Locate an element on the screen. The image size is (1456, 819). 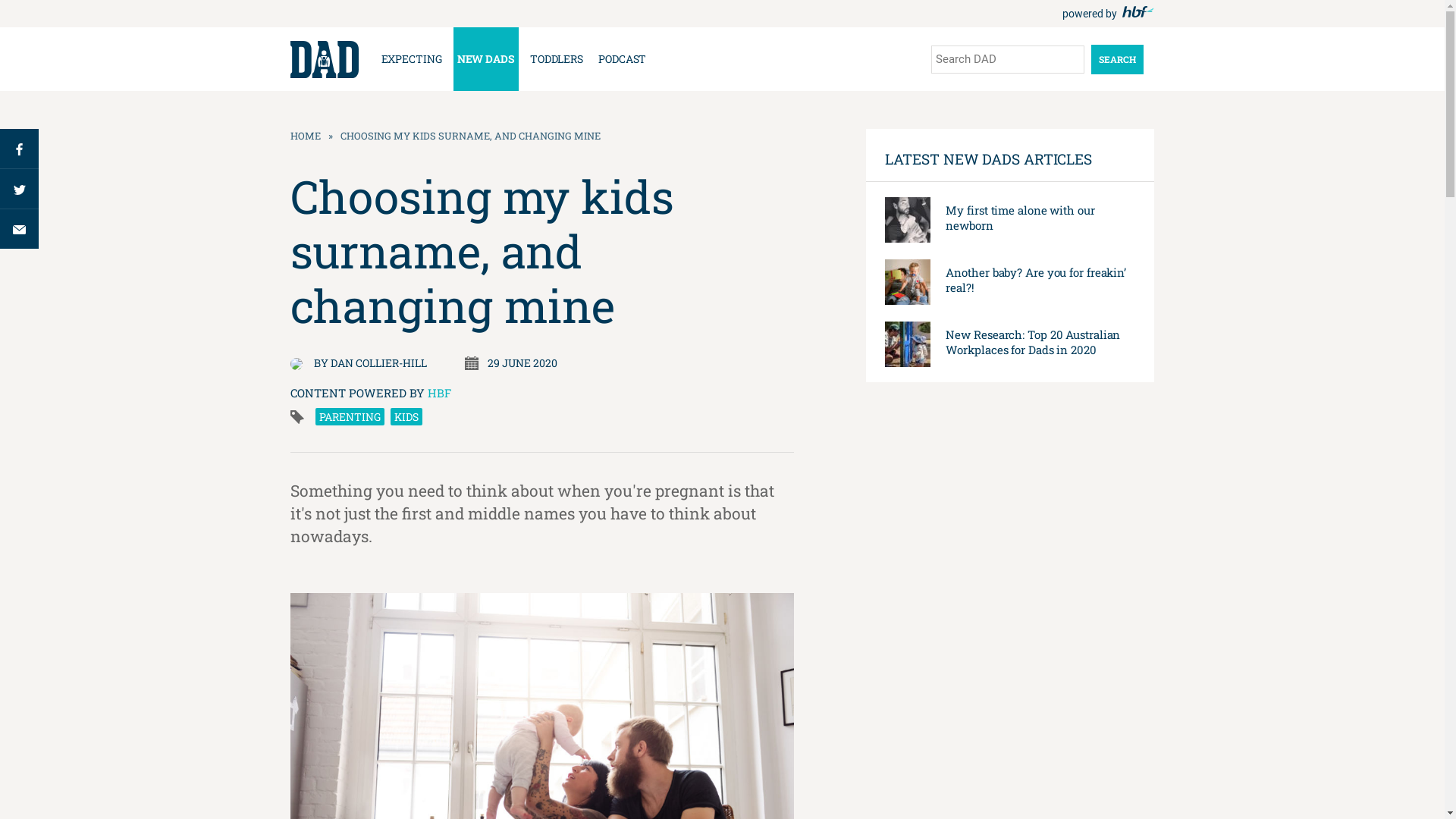
'PODCAST' is located at coordinates (593, 58).